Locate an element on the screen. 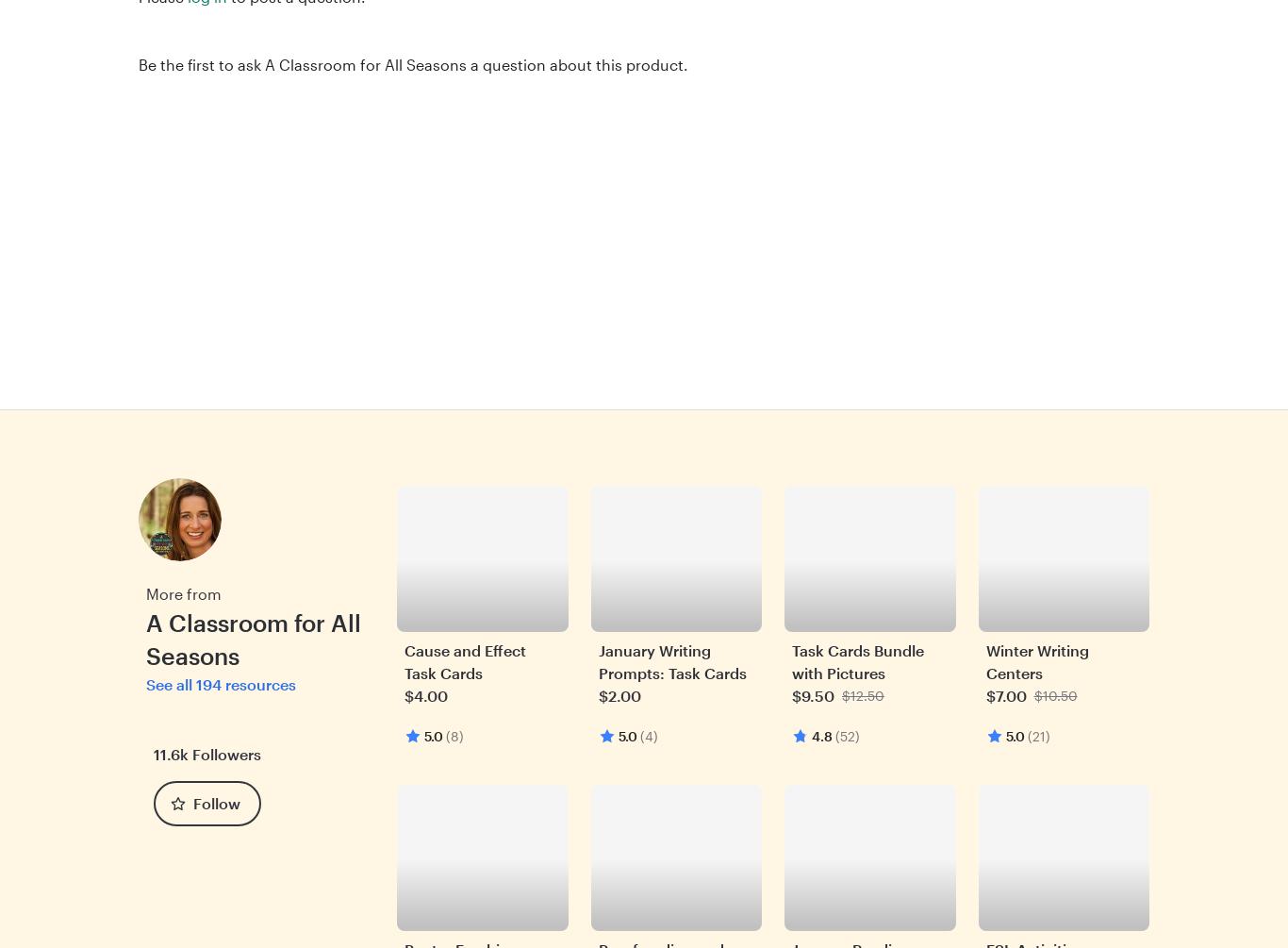 Image resolution: width=1288 pixels, height=948 pixels. '$9.50' is located at coordinates (812, 694).